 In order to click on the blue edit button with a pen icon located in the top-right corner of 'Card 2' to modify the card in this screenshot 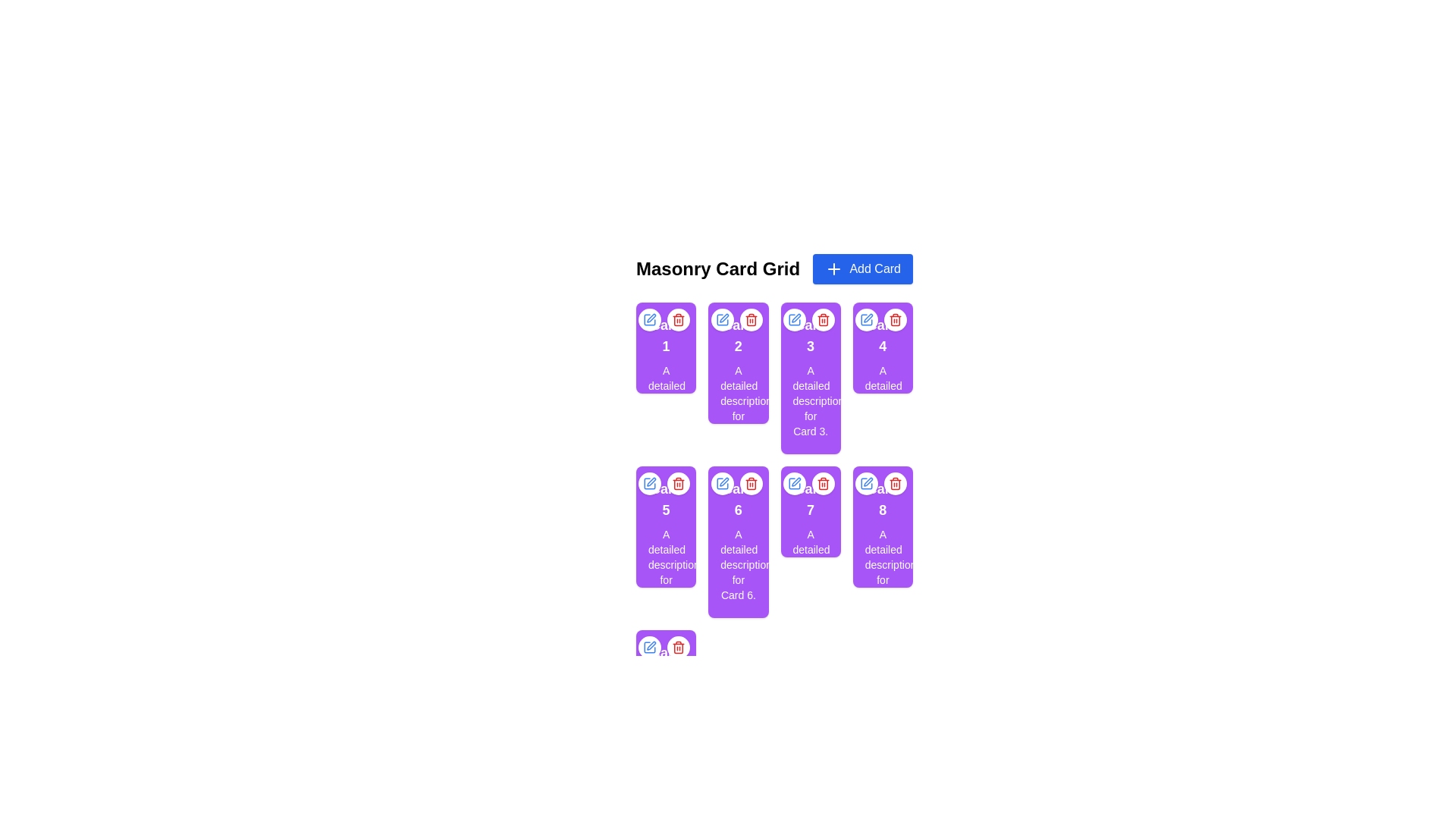, I will do `click(736, 318)`.